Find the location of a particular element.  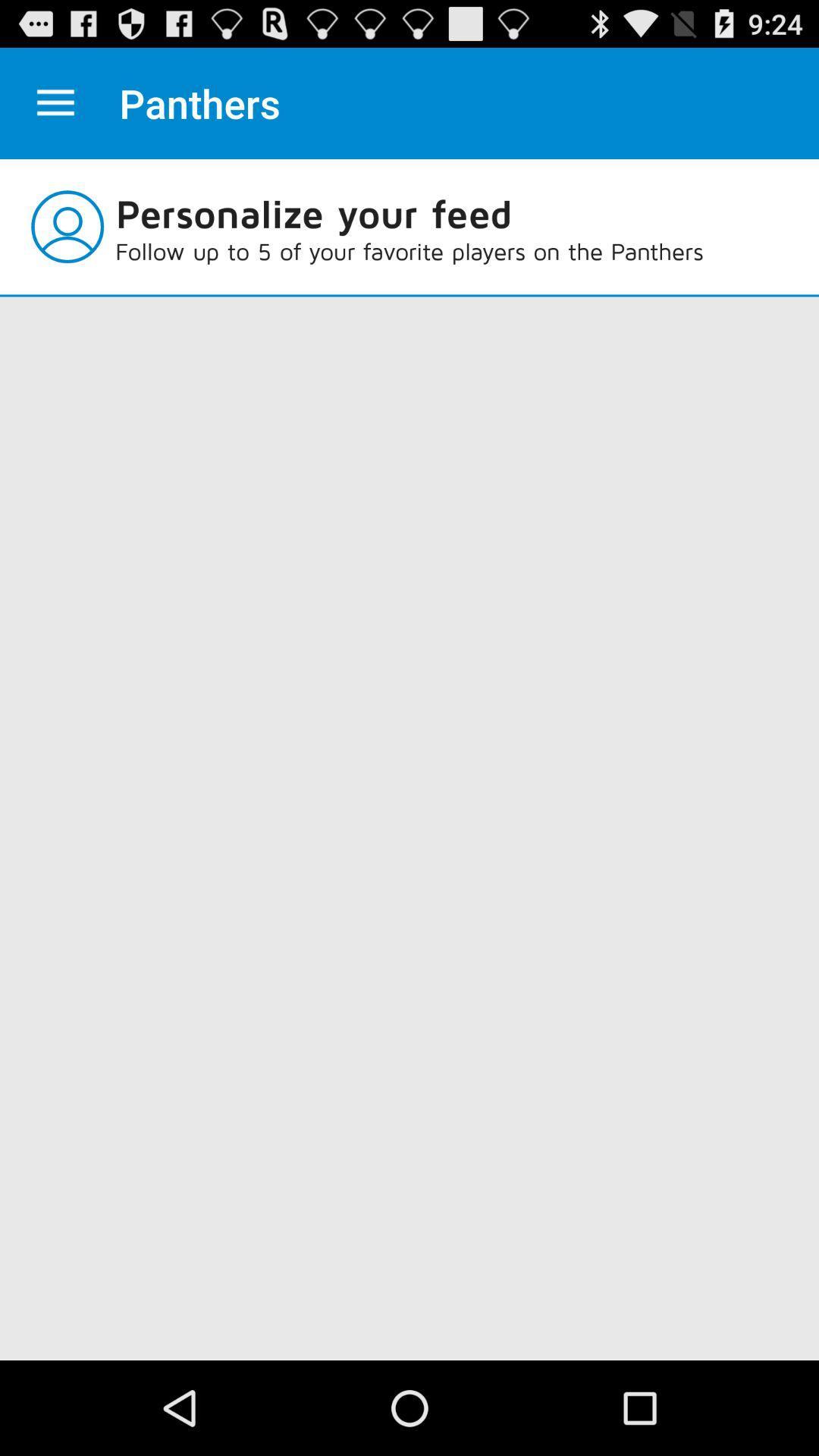

settings option is located at coordinates (55, 102).